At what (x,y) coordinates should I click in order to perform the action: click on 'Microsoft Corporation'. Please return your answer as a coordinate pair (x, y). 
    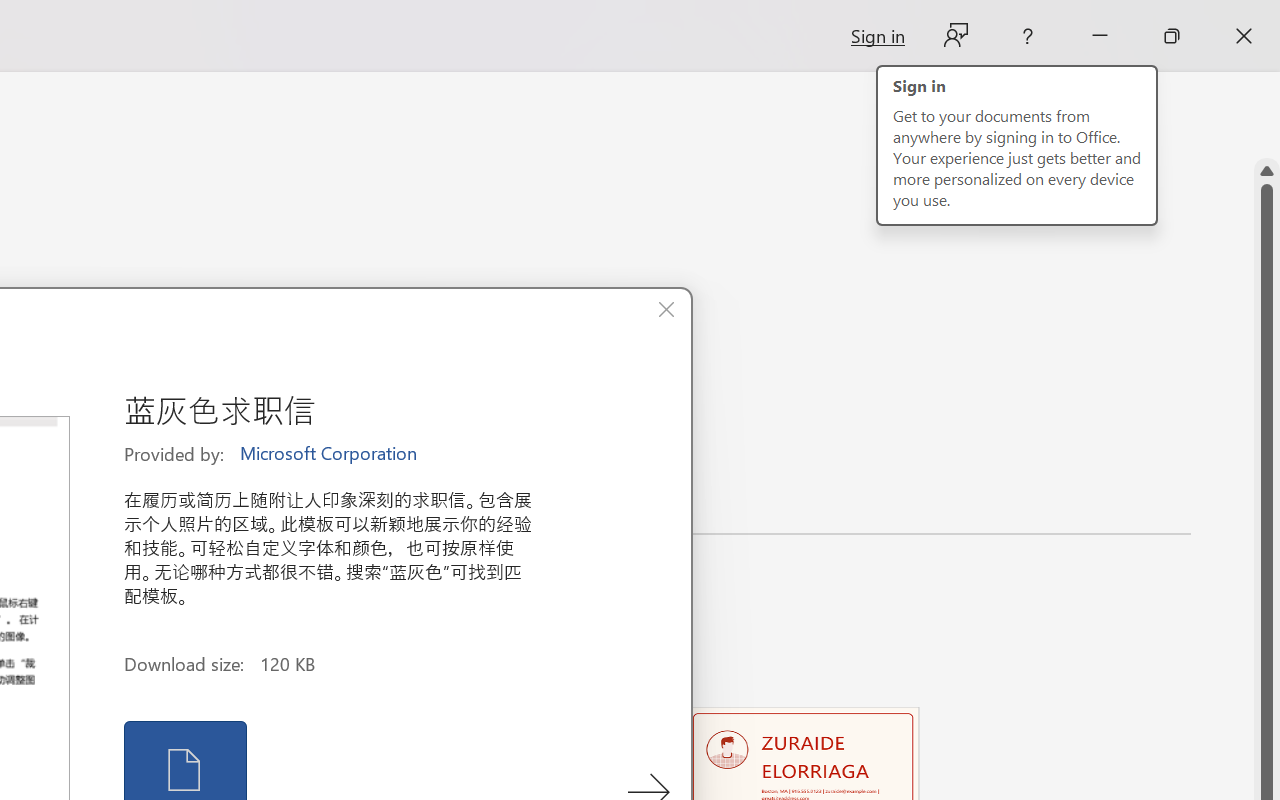
    Looking at the image, I should click on (330, 453).